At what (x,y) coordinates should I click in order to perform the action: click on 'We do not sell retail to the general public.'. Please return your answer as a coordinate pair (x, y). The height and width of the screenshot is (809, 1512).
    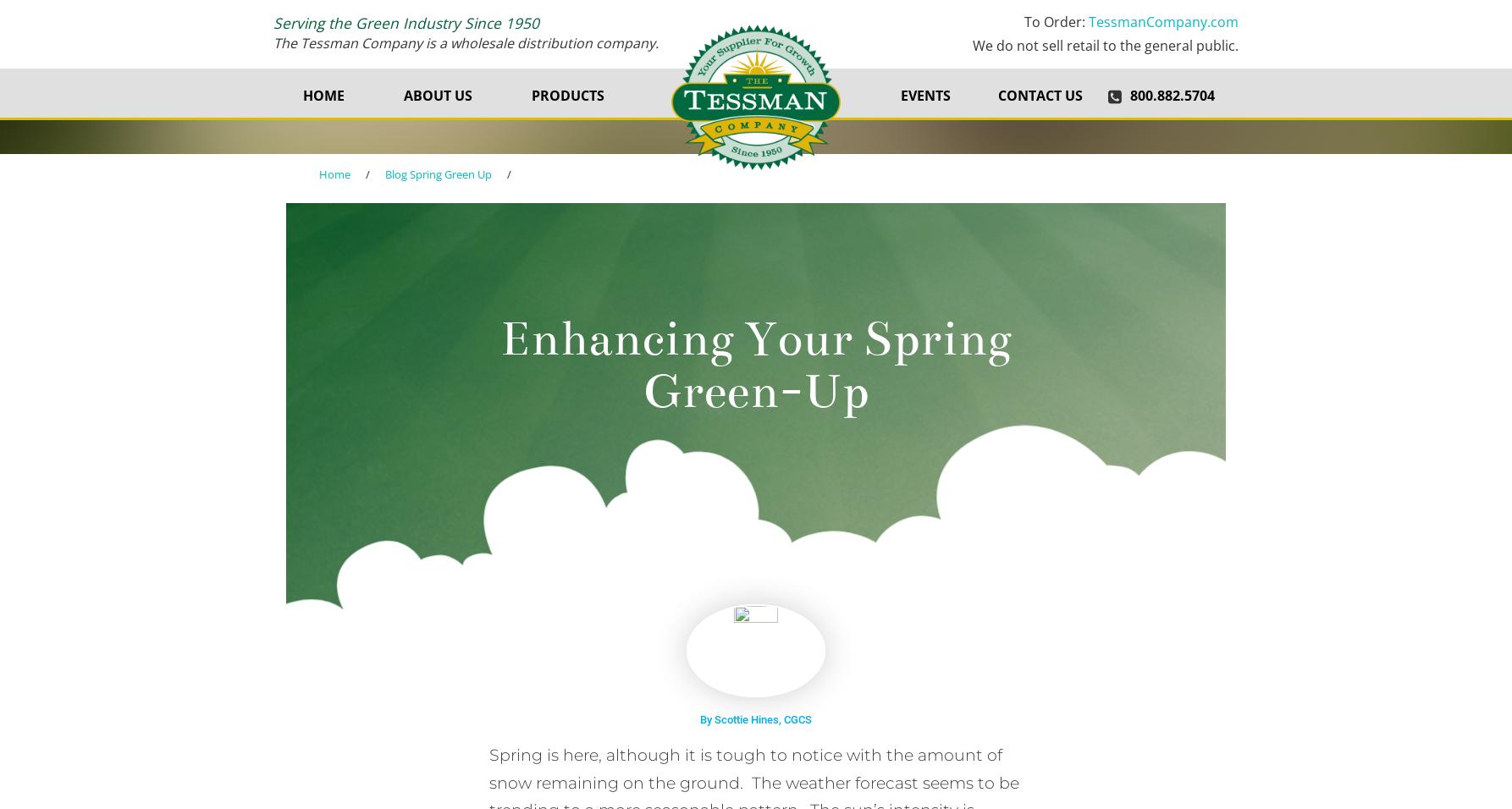
    Looking at the image, I should click on (1105, 43).